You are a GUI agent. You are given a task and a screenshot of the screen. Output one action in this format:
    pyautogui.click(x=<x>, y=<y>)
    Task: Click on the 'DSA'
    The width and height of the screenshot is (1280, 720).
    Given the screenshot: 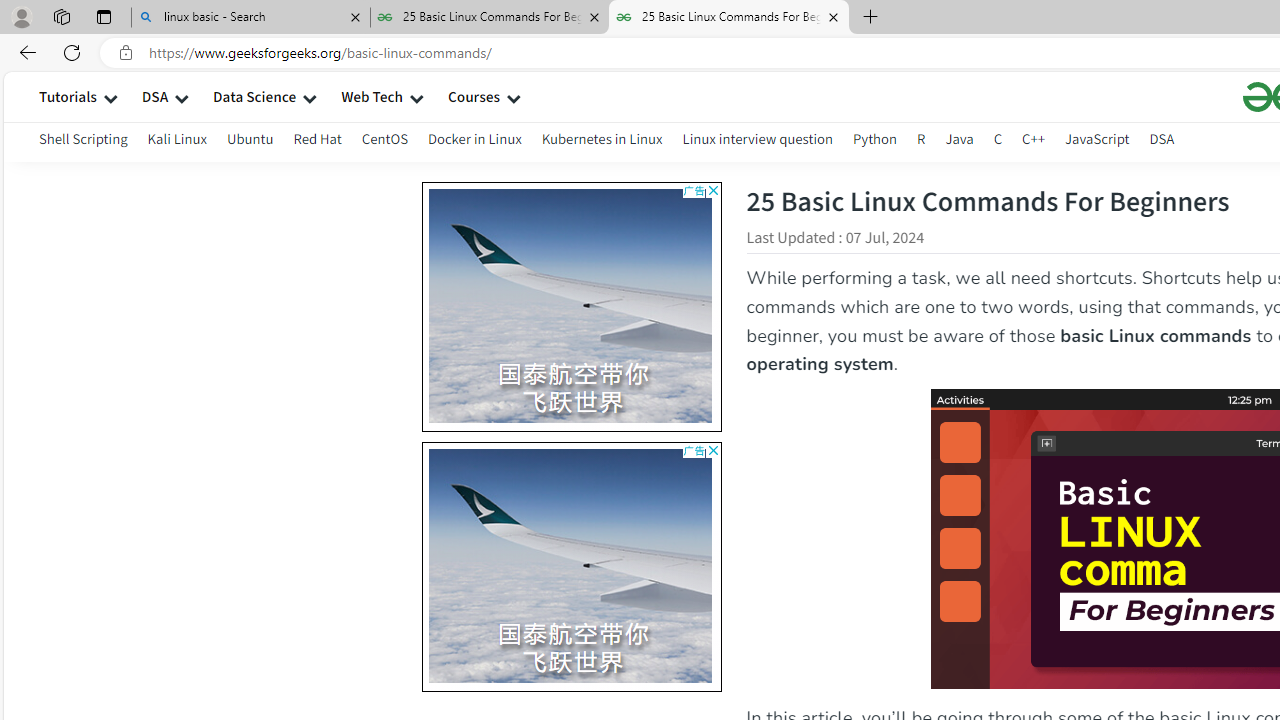 What is the action you would take?
    pyautogui.click(x=1162, y=141)
    